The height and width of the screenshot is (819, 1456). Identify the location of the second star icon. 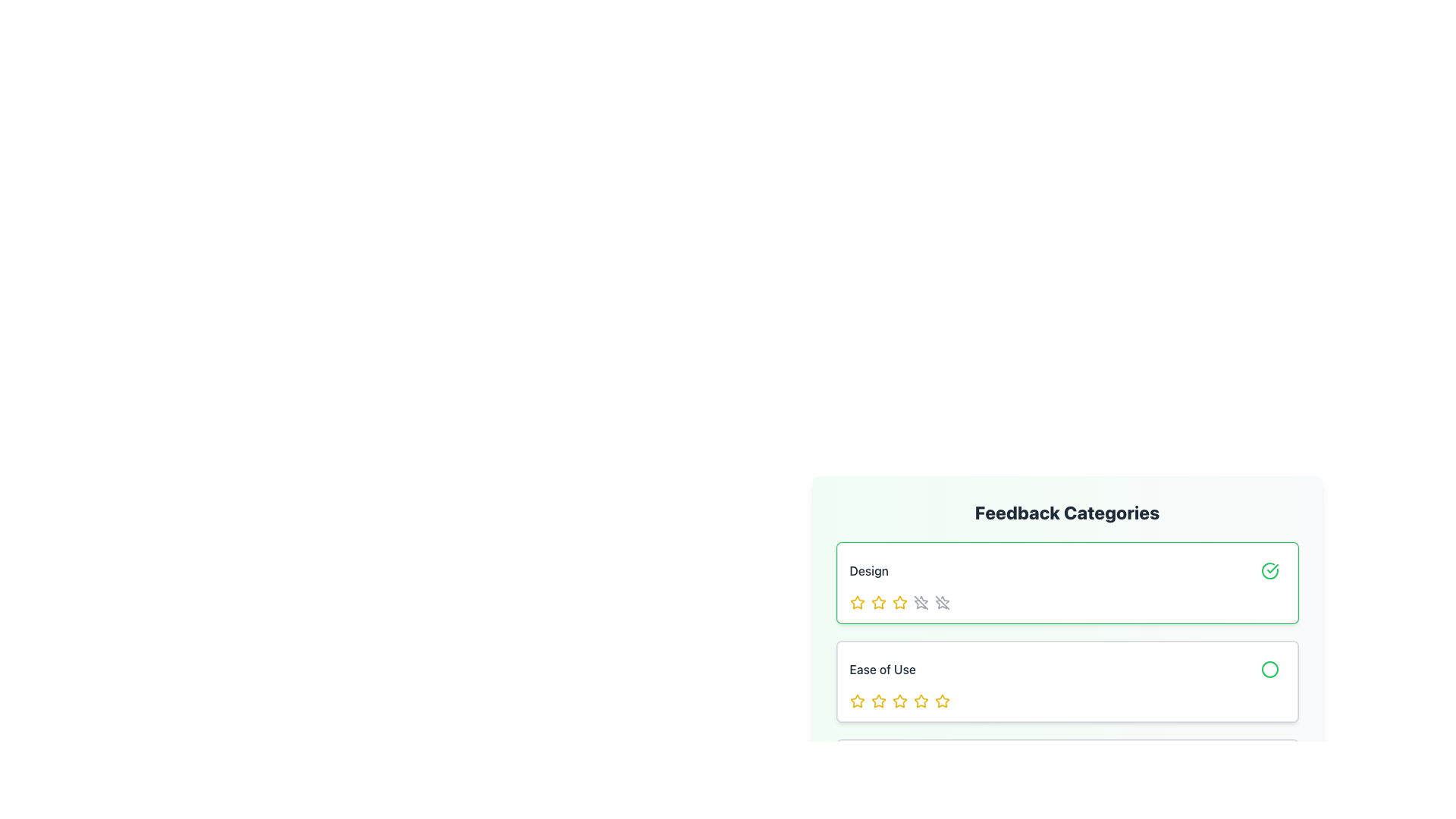
(877, 601).